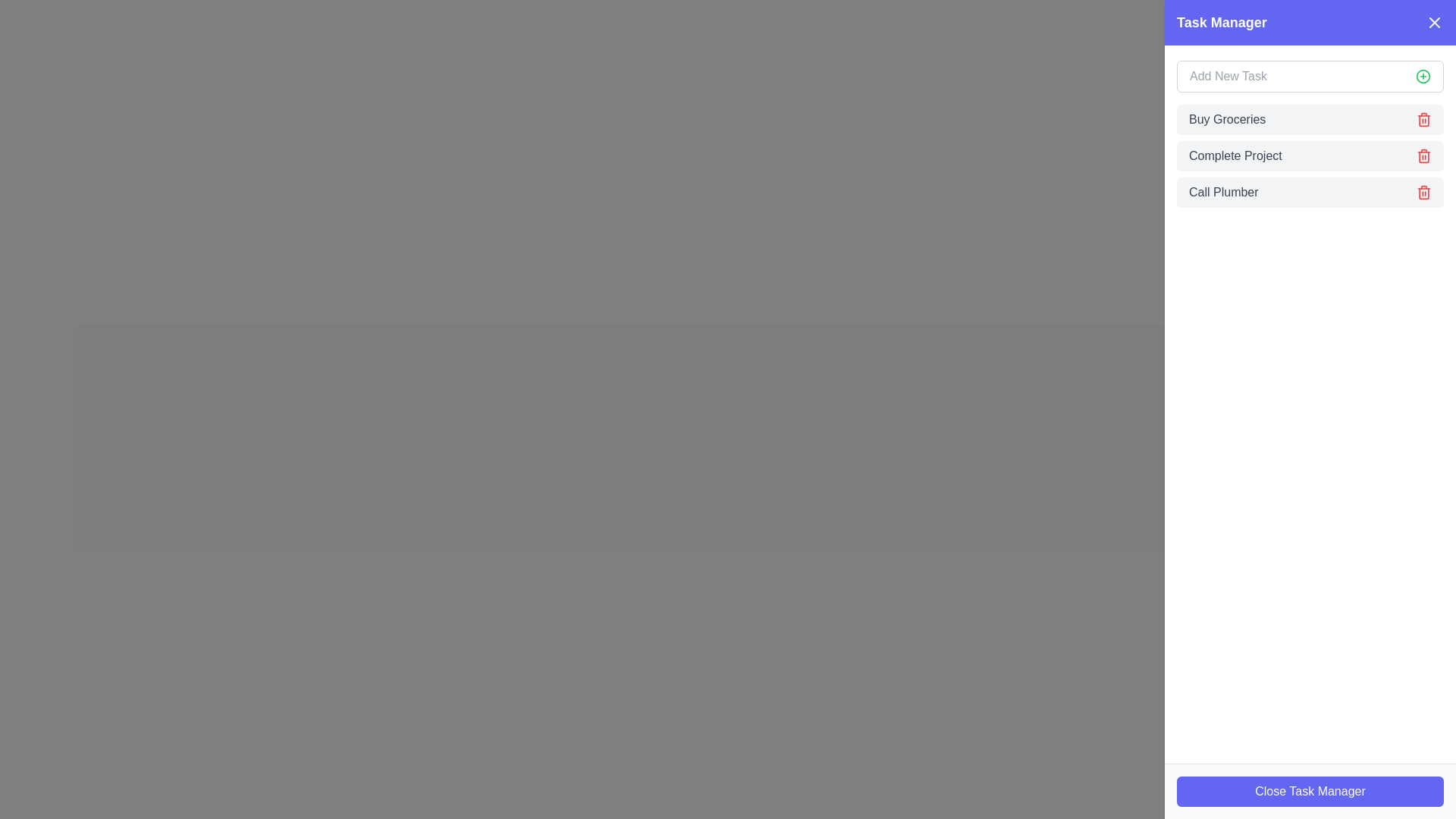 The width and height of the screenshot is (1456, 819). Describe the element at coordinates (1222, 23) in the screenshot. I see `the bold title 'Task Manager' located at the top-left corner of the sidebar panel with a white foreground color against a purple background` at that location.